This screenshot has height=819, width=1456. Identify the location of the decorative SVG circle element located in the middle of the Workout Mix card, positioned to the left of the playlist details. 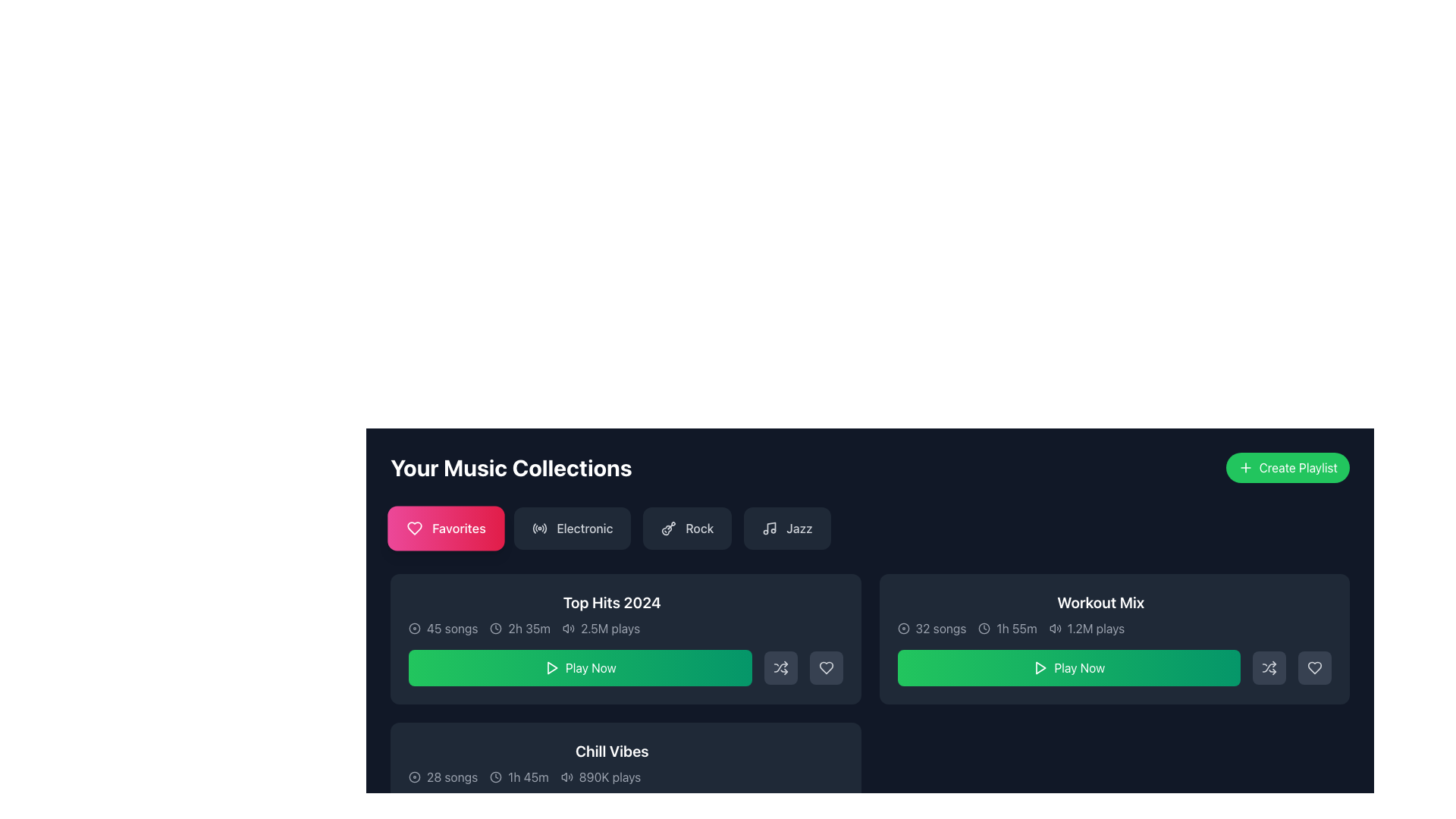
(903, 629).